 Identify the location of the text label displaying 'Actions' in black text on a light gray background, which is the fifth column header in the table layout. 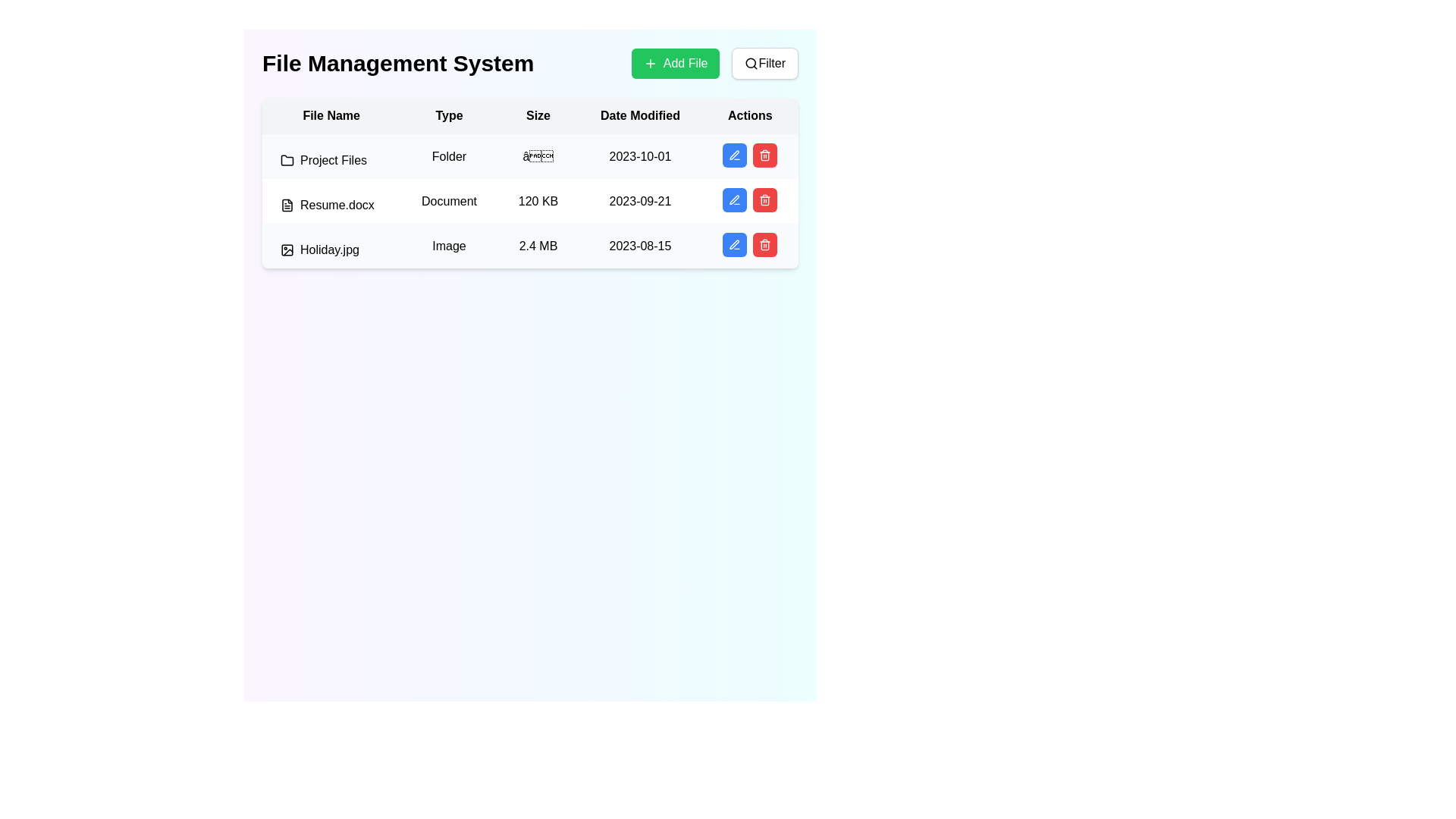
(750, 115).